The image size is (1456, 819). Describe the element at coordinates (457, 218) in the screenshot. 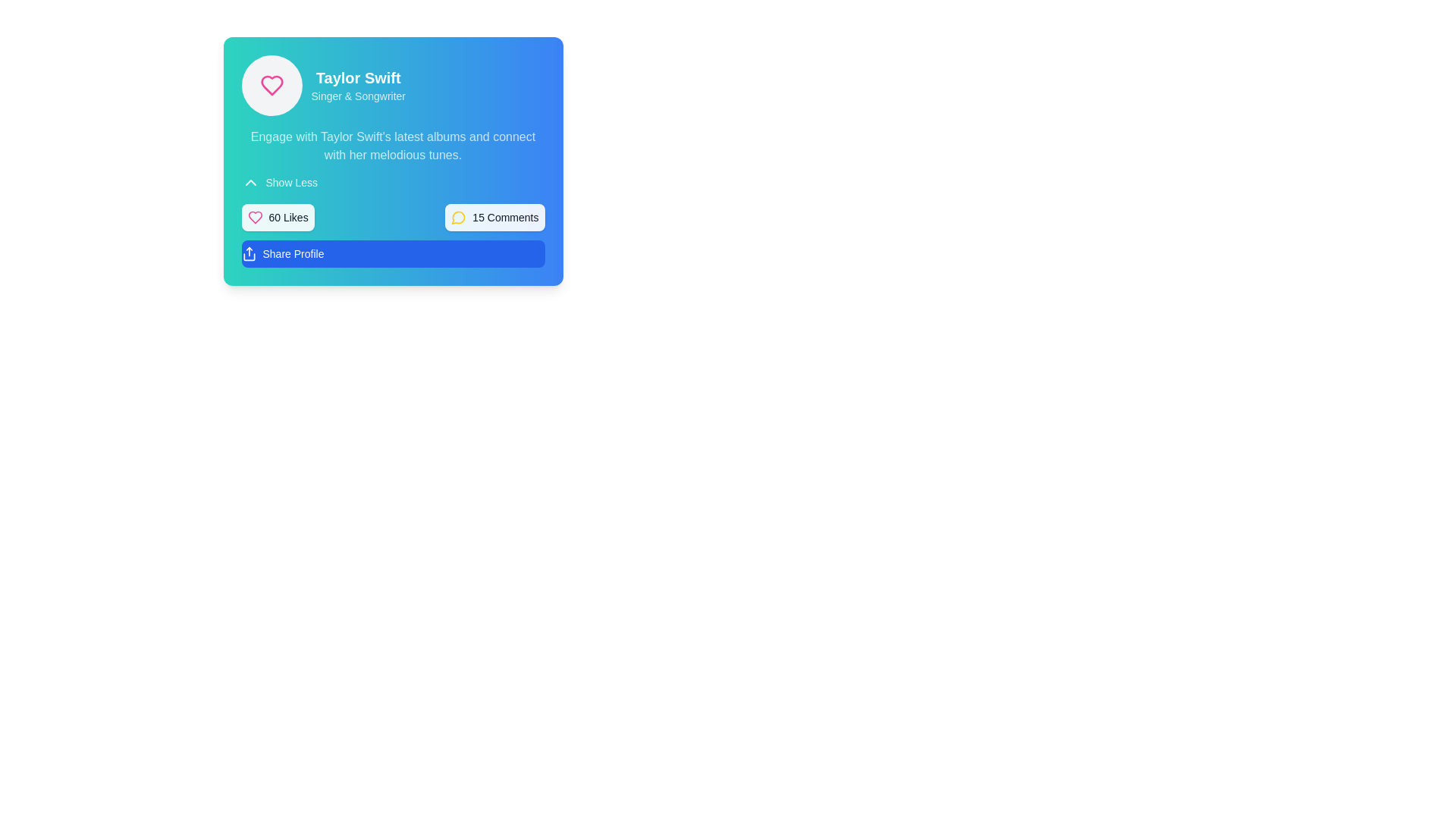

I see `the comment icon by clicking on the associated '15 Comments' label located adjacent to it` at that location.